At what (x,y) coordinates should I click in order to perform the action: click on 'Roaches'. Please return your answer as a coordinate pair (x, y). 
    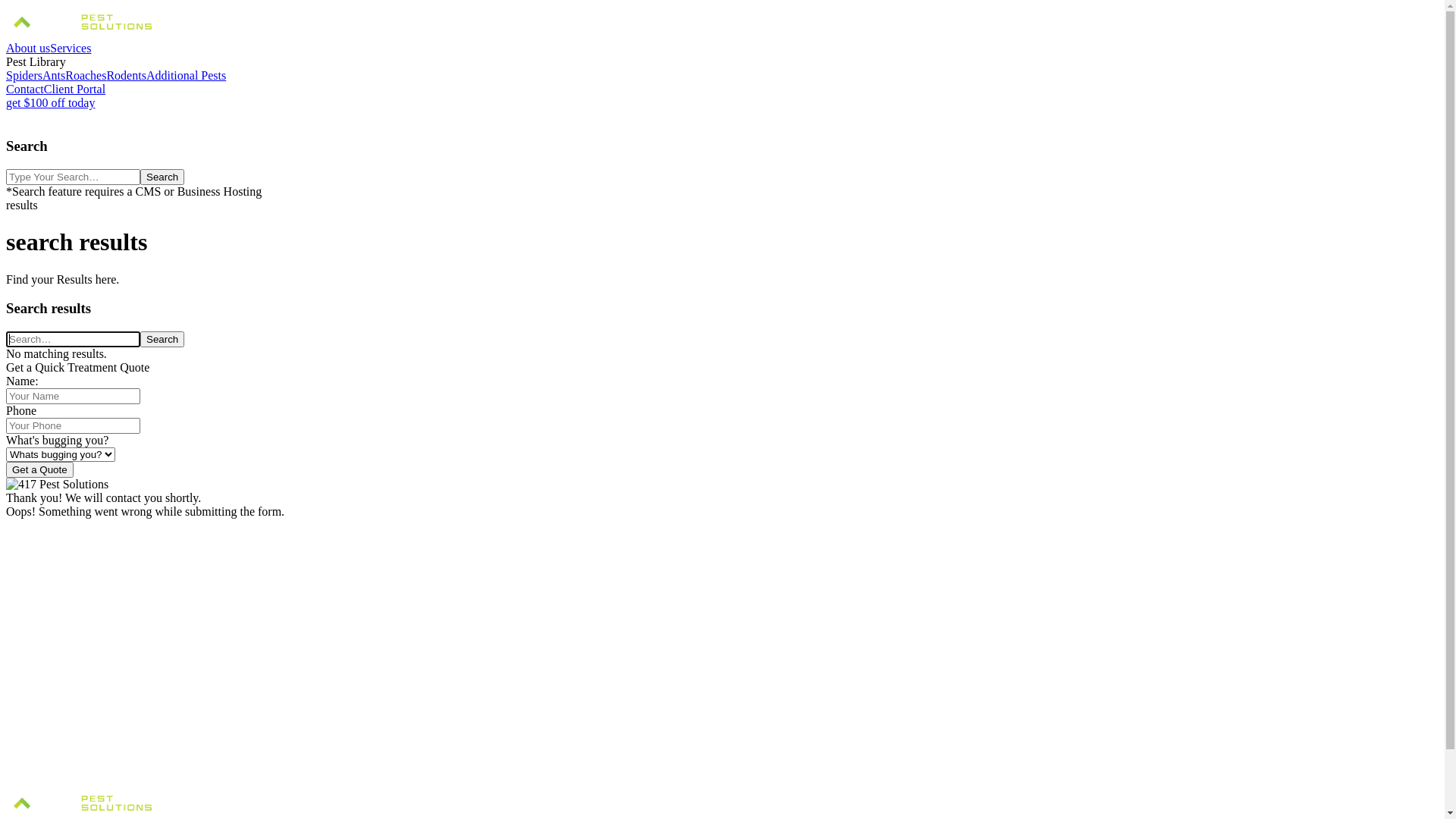
    Looking at the image, I should click on (85, 75).